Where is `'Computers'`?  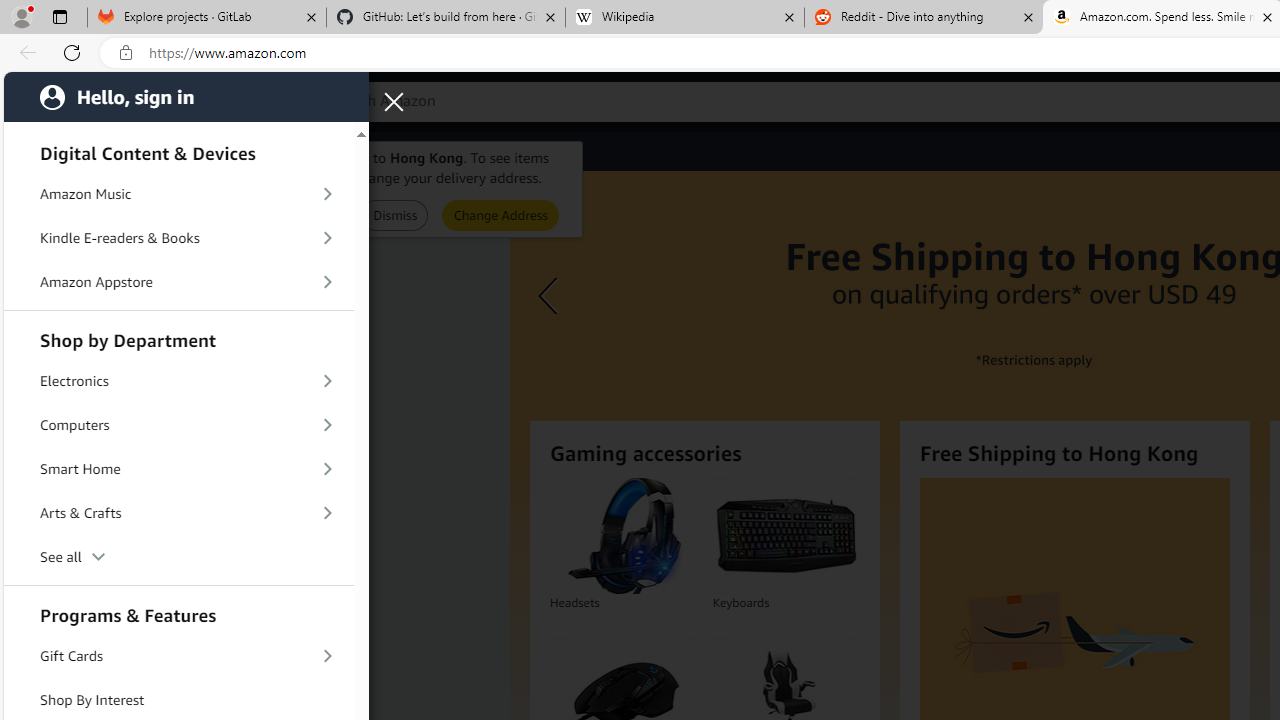
'Computers' is located at coordinates (179, 424).